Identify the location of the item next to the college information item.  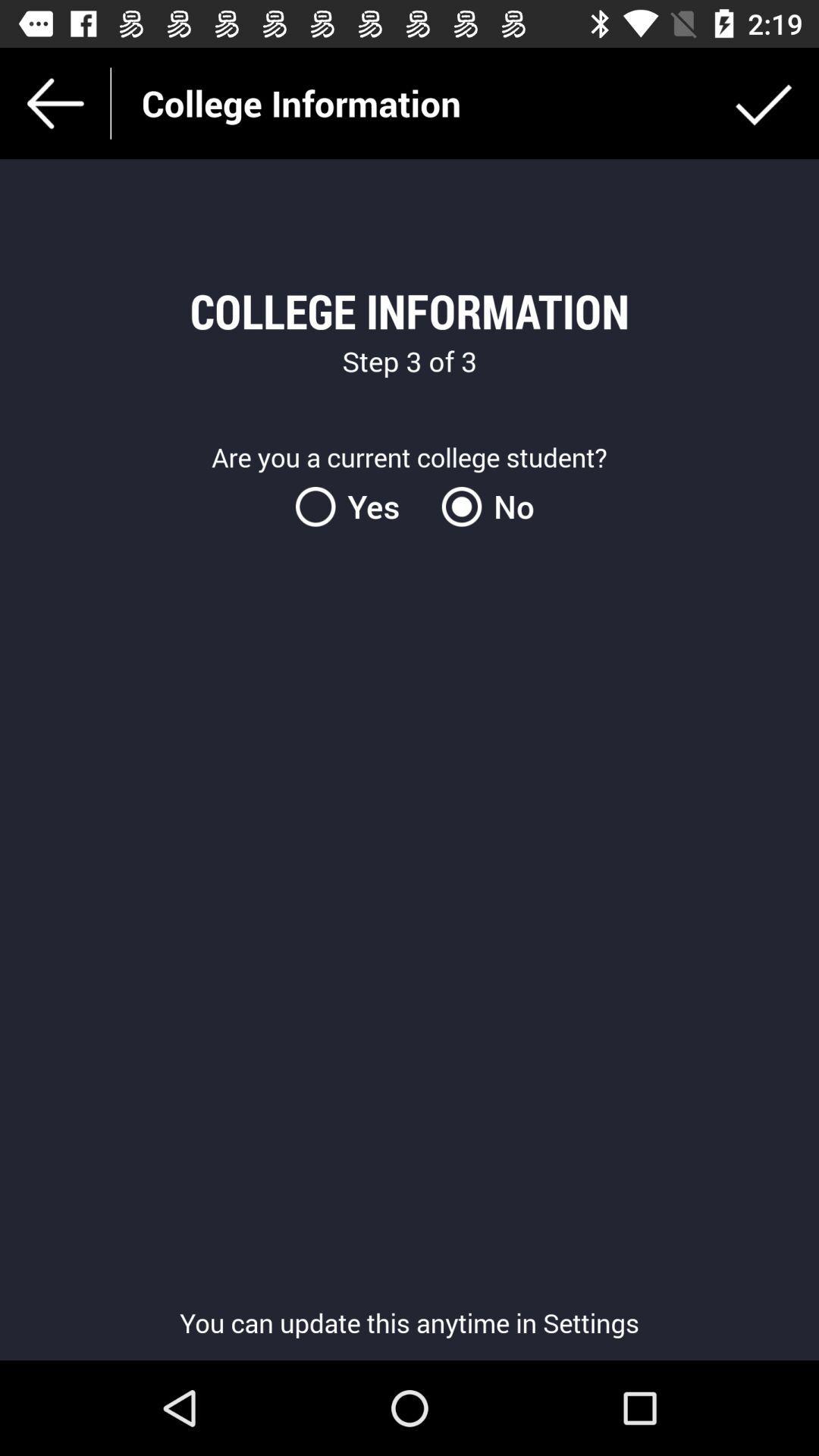
(763, 102).